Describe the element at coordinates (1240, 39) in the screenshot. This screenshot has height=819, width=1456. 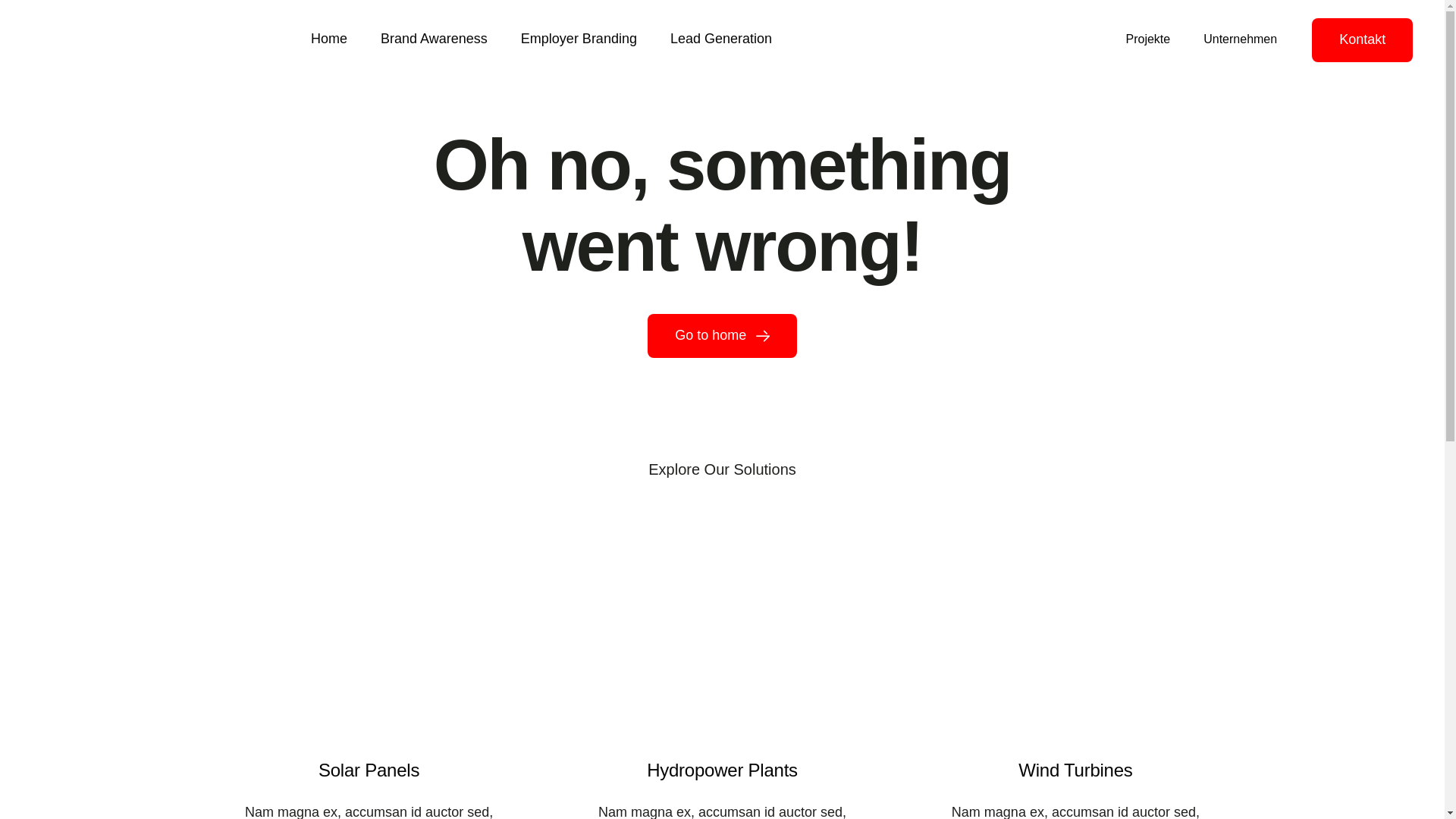
I see `'Unternehmen'` at that location.